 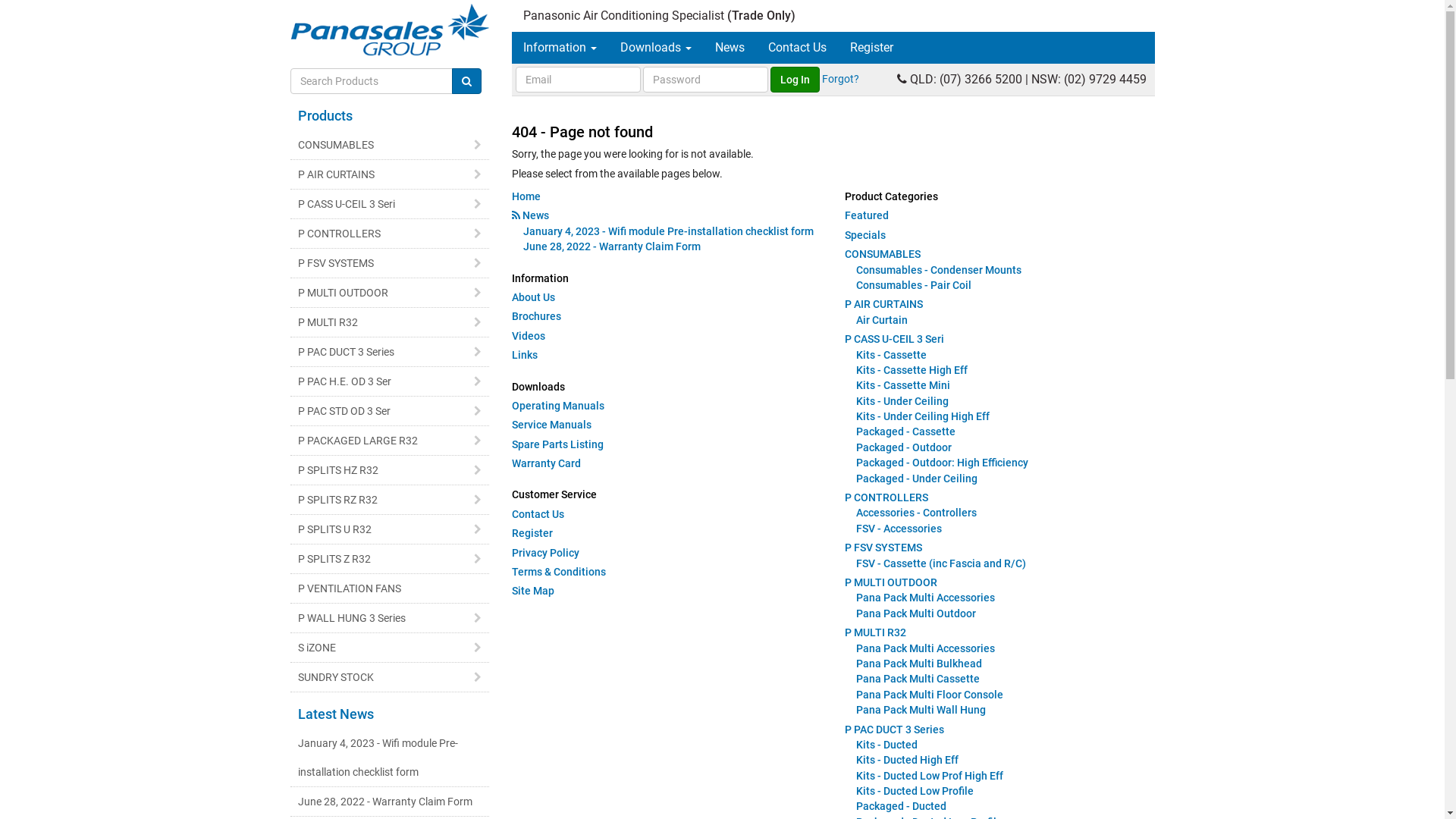 What do you see at coordinates (855, 284) in the screenshot?
I see `'Consumables - Pair Coil'` at bounding box center [855, 284].